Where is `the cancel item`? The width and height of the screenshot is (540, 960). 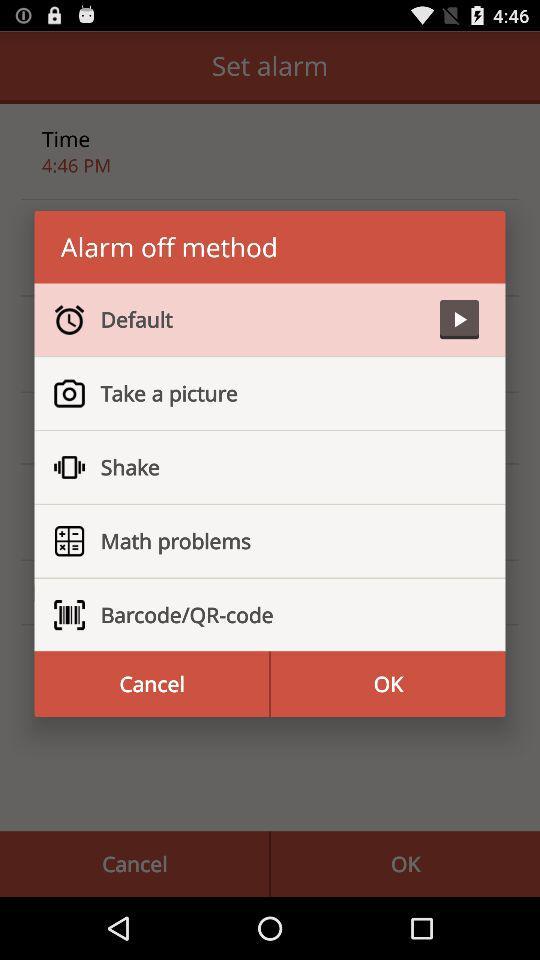
the cancel item is located at coordinates (150, 684).